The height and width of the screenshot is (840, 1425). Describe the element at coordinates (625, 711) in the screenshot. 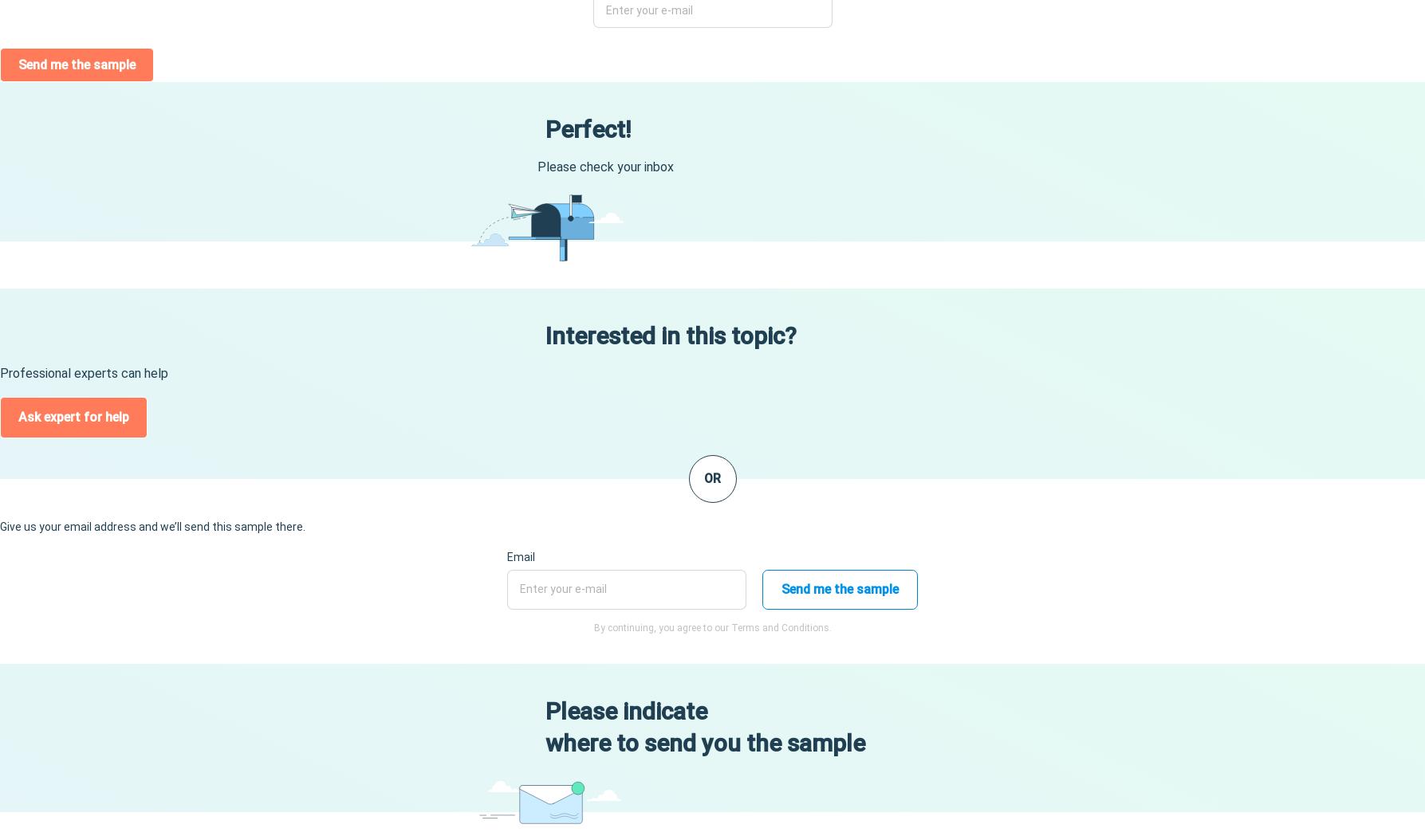

I see `'Please indicate'` at that location.